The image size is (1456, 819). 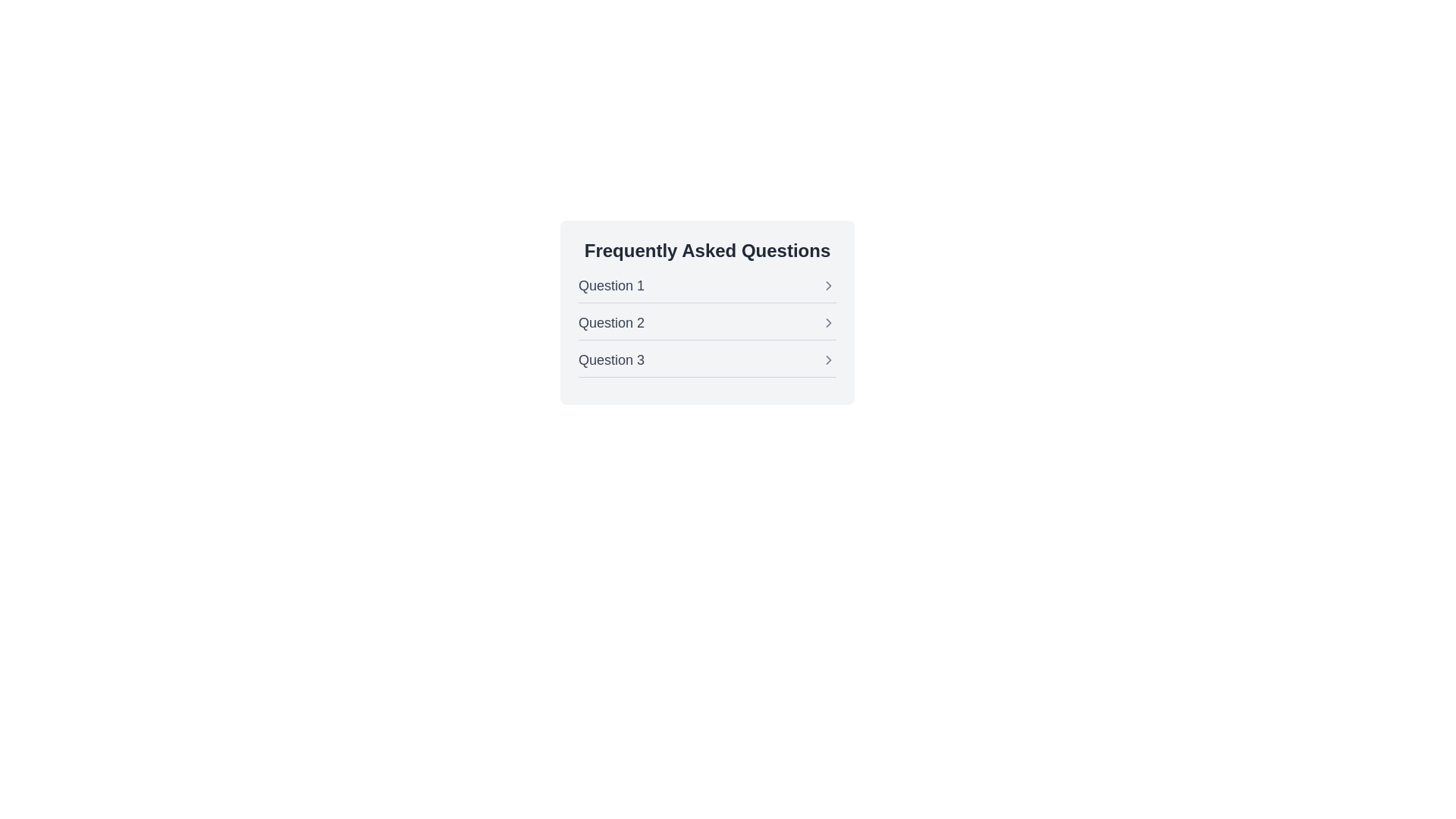 I want to click on the first List item under the section title 'Frequently Asked Questions', so click(x=706, y=286).